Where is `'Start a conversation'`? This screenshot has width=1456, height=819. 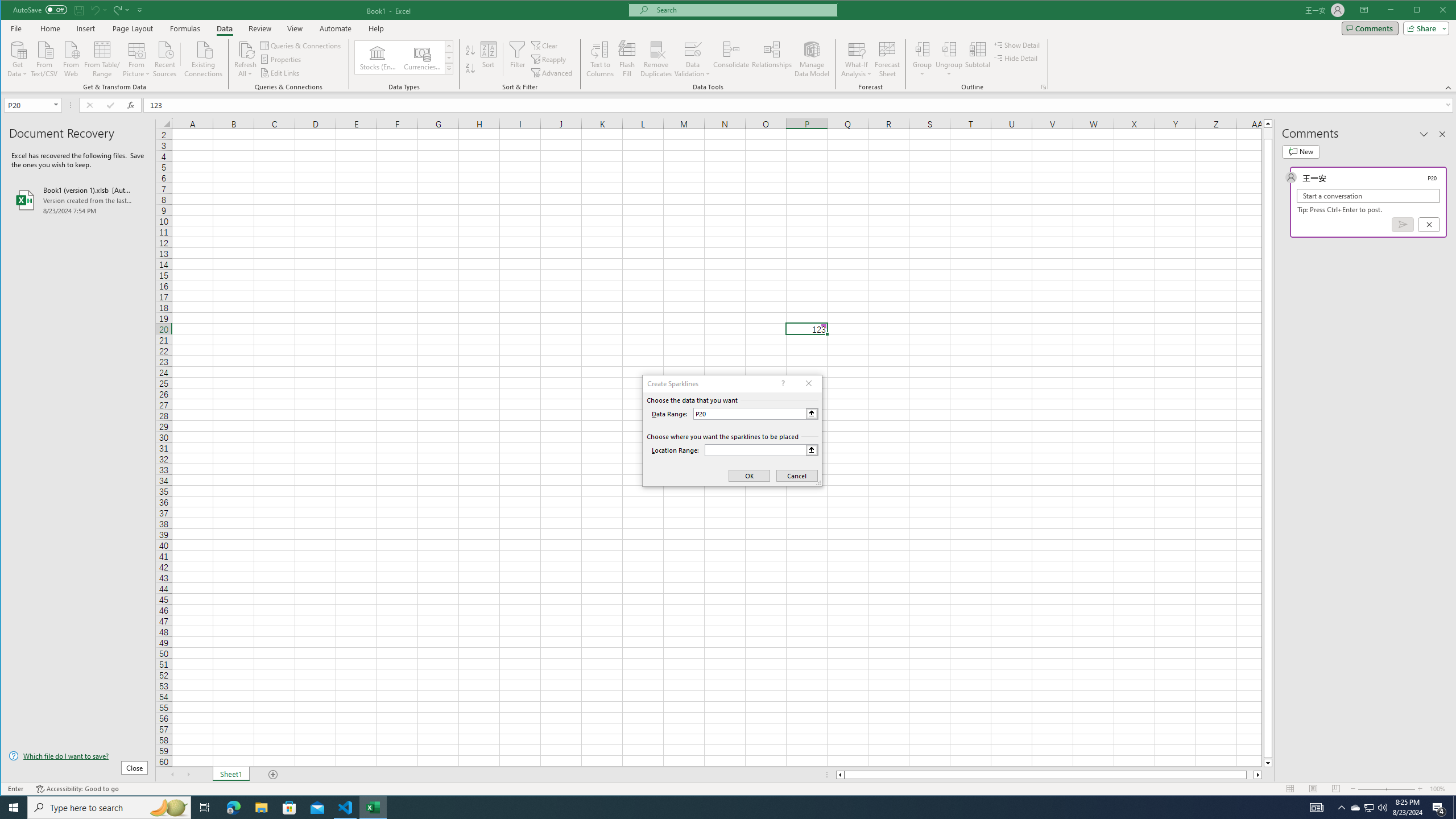
'Start a conversation' is located at coordinates (1368, 196).